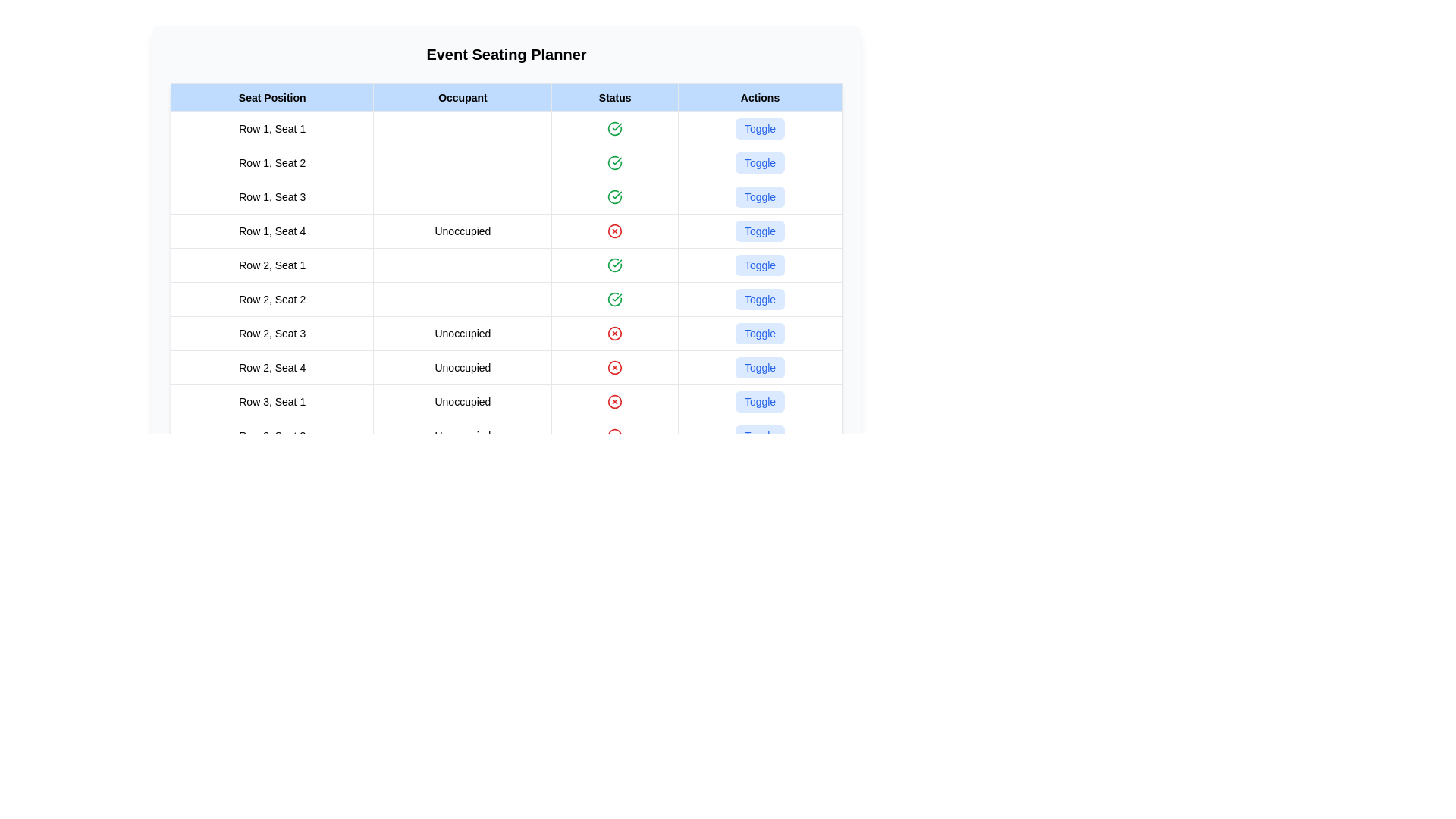 Image resolution: width=1456 pixels, height=819 pixels. Describe the element at coordinates (506, 163) in the screenshot. I see `status indicator of the interactive table row displaying information about a specific seat, located in the second row of the seating planner table, to check its current state` at that location.